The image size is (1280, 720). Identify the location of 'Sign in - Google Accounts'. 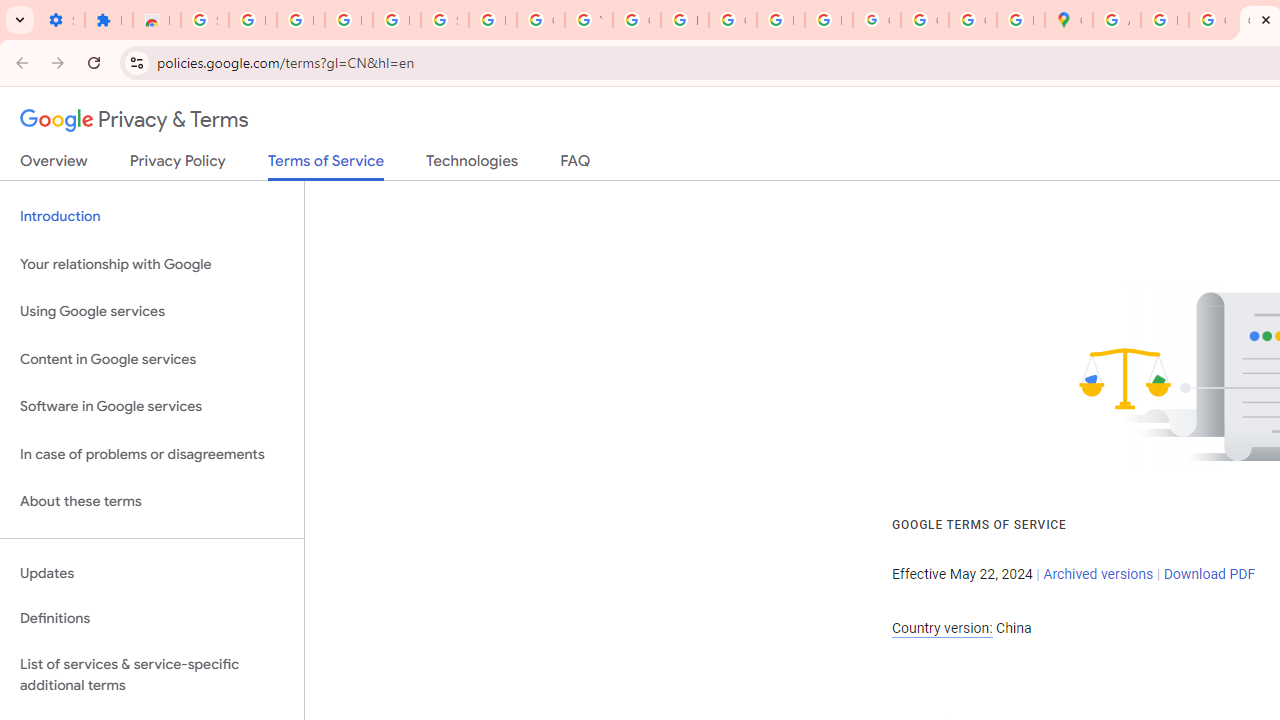
(204, 20).